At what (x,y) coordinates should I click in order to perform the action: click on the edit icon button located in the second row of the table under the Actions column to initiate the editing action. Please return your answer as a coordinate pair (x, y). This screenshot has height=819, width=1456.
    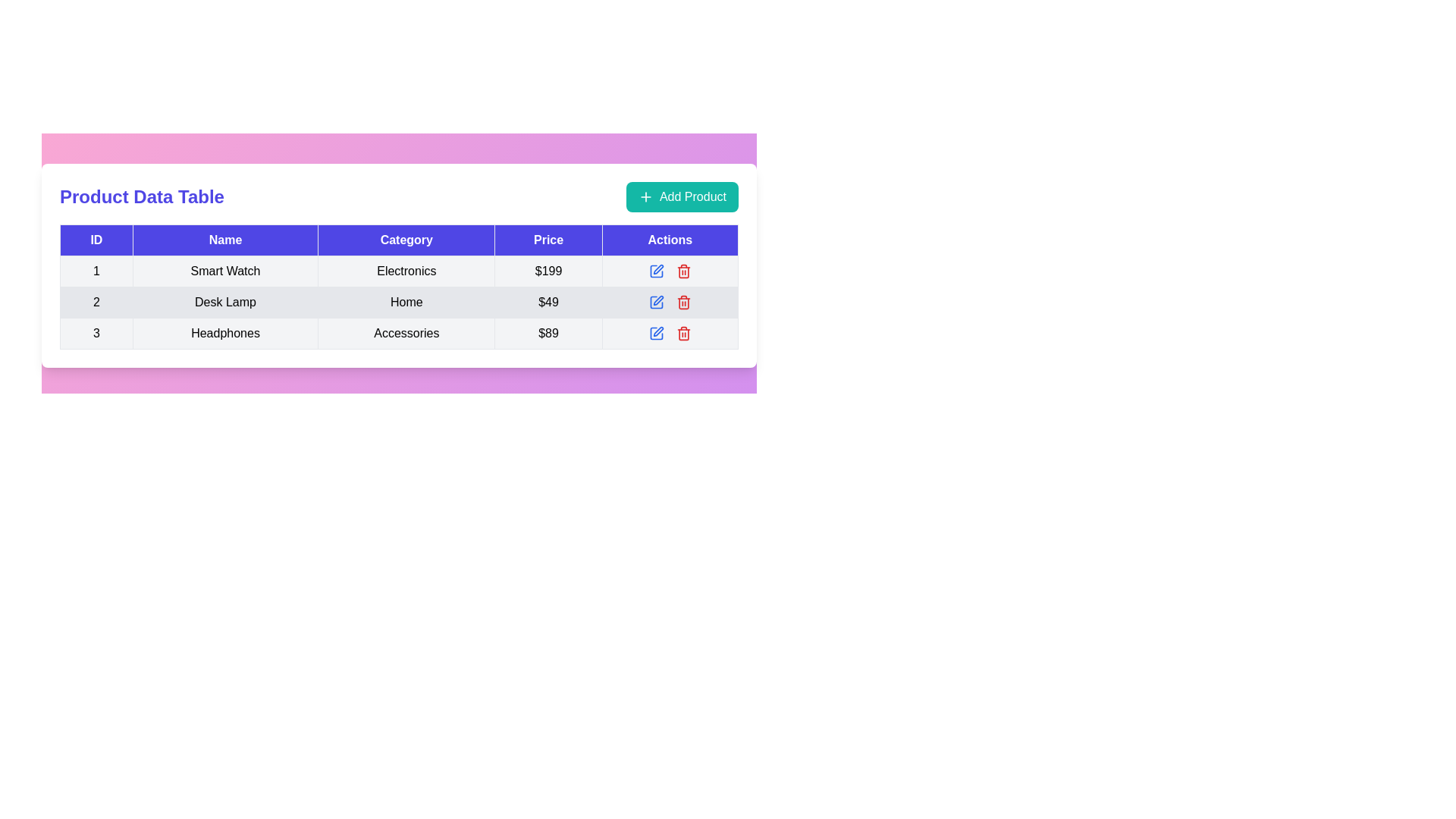
    Looking at the image, I should click on (656, 302).